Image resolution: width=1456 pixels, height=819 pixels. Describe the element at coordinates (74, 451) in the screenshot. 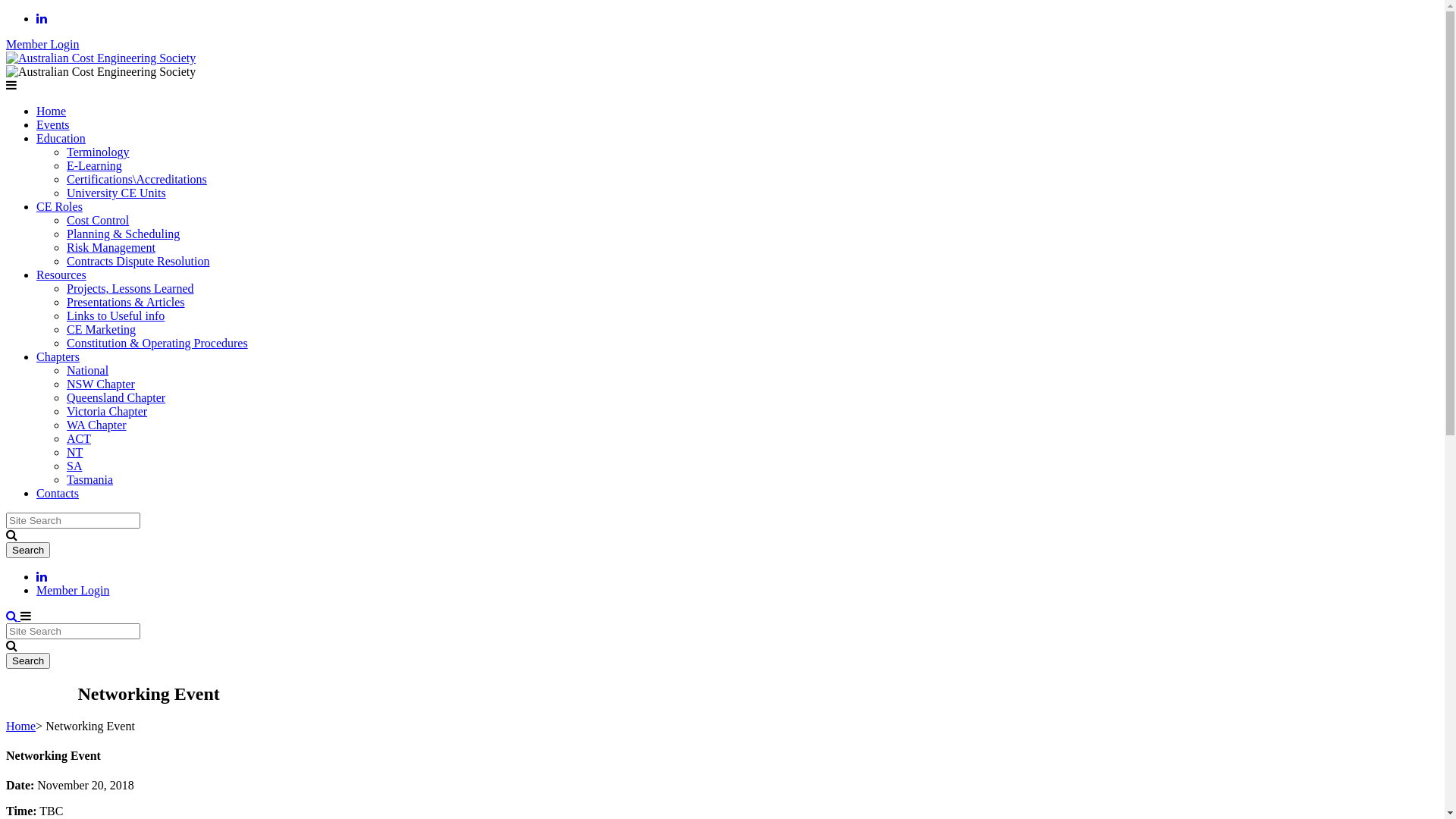

I see `'NT'` at that location.